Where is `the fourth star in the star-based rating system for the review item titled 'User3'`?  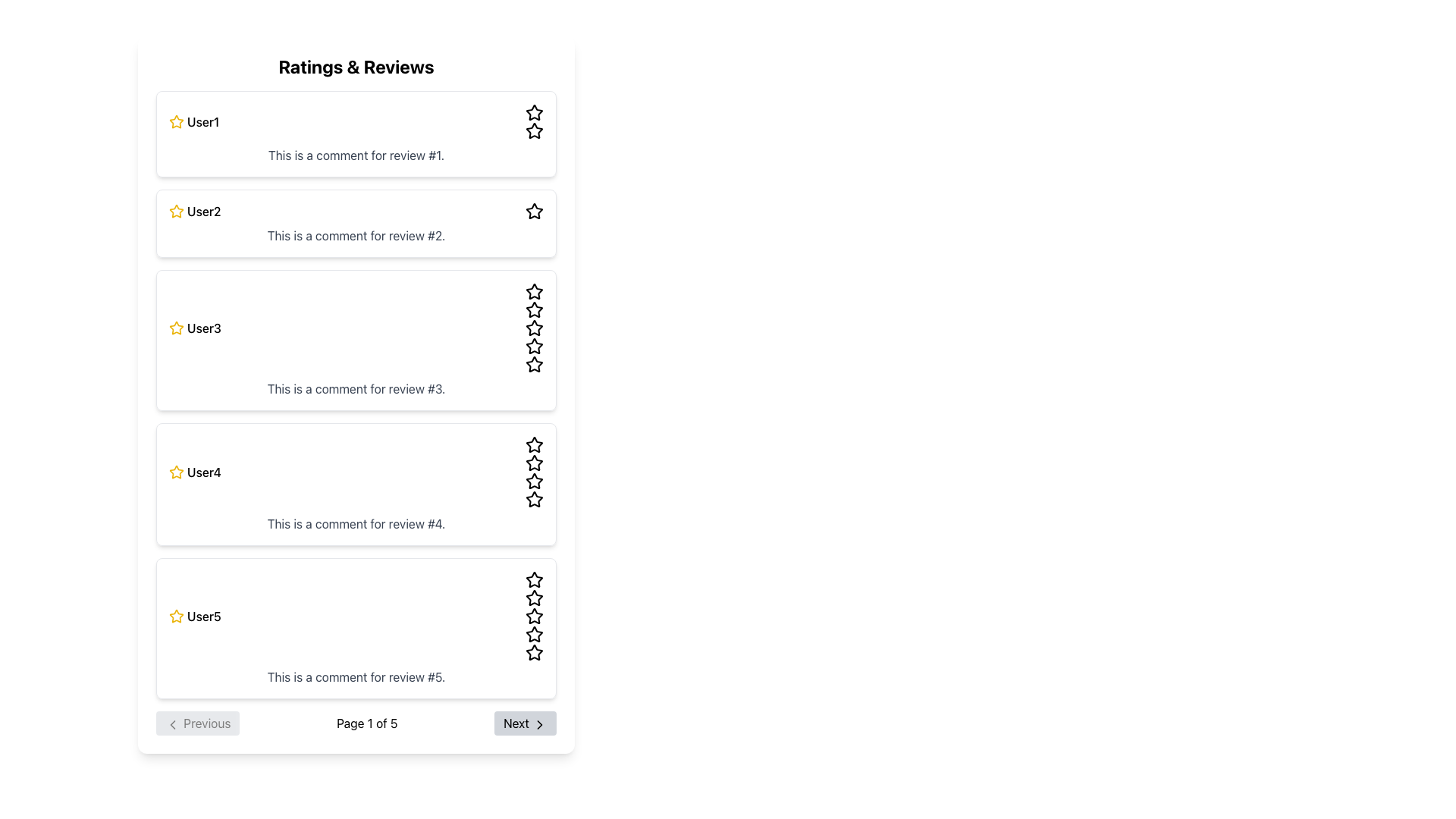
the fourth star in the star-based rating system for the review item titled 'User3' is located at coordinates (535, 327).